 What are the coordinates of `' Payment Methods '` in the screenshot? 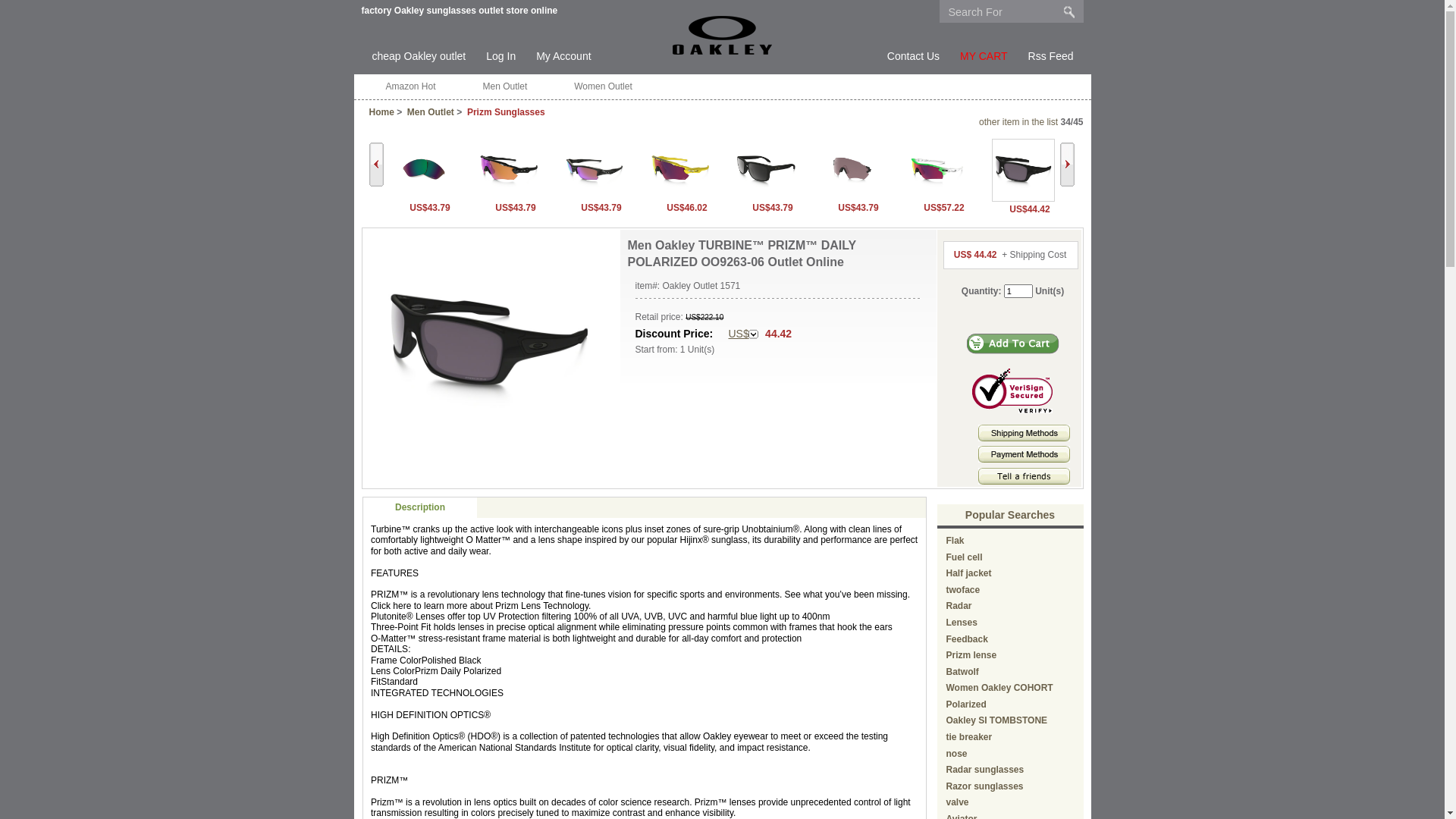 It's located at (1024, 453).